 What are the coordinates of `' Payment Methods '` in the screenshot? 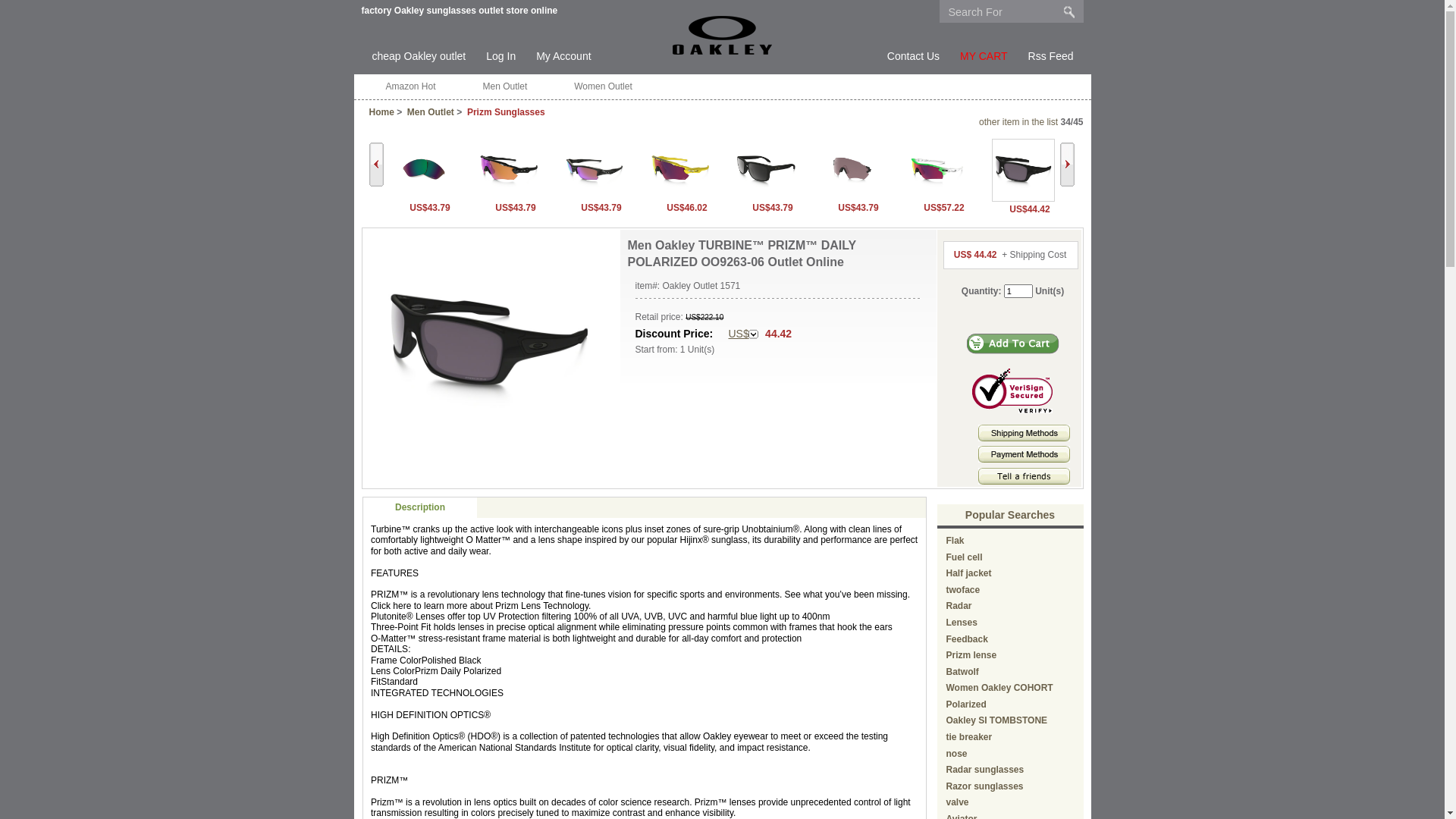 It's located at (1024, 453).